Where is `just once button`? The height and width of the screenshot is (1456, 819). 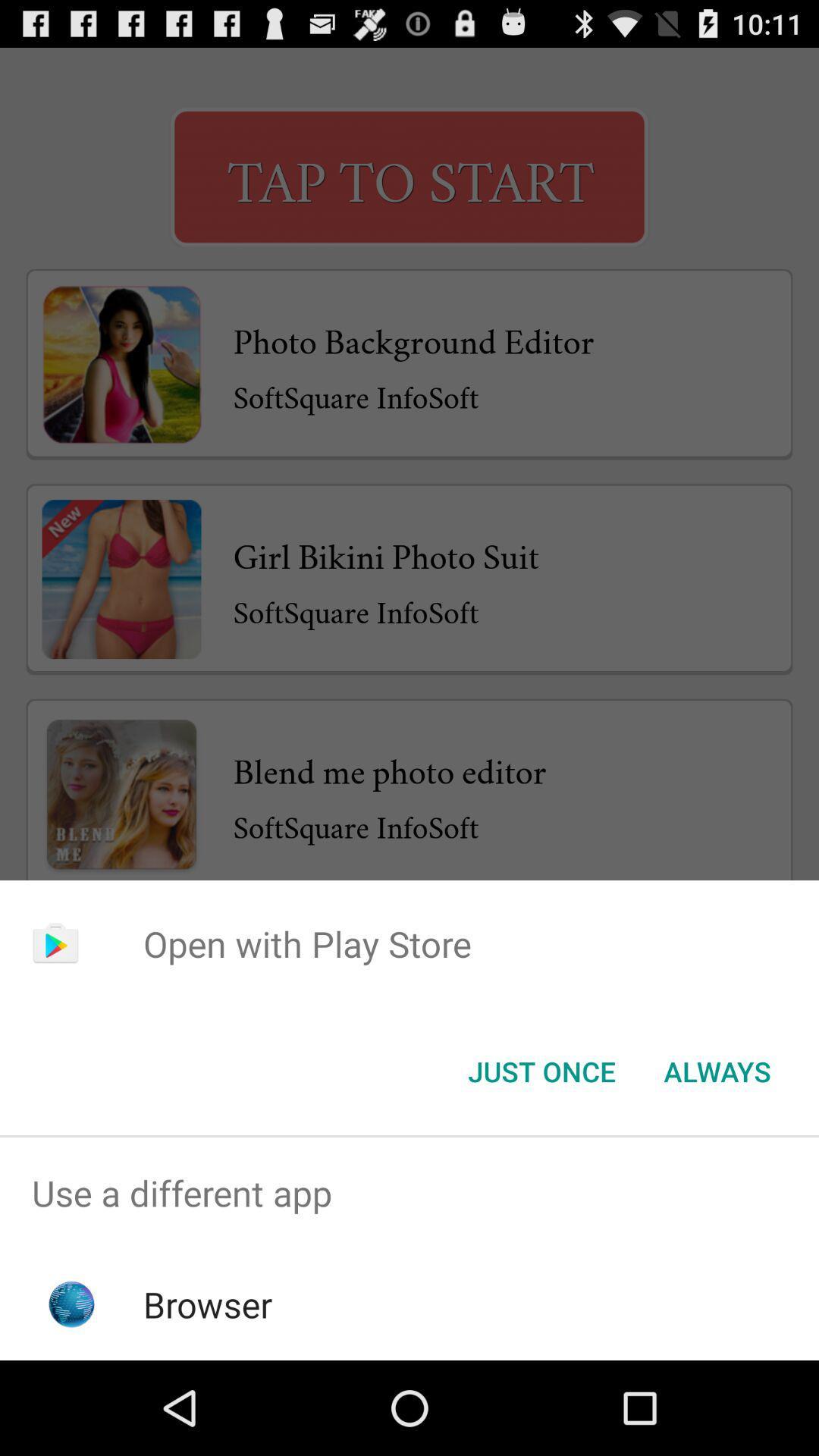
just once button is located at coordinates (541, 1070).